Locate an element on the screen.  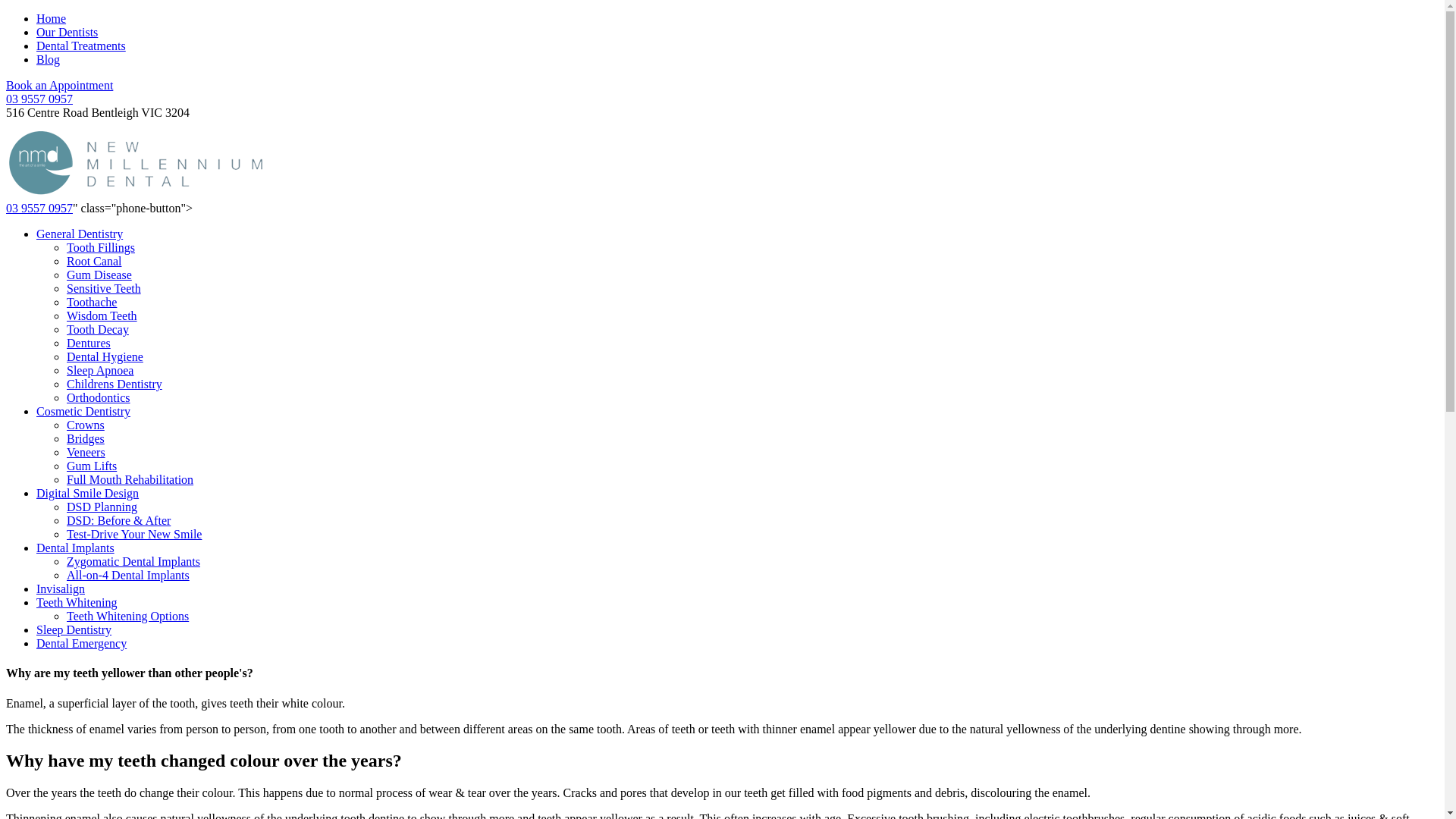
'Veneers' is located at coordinates (85, 451).